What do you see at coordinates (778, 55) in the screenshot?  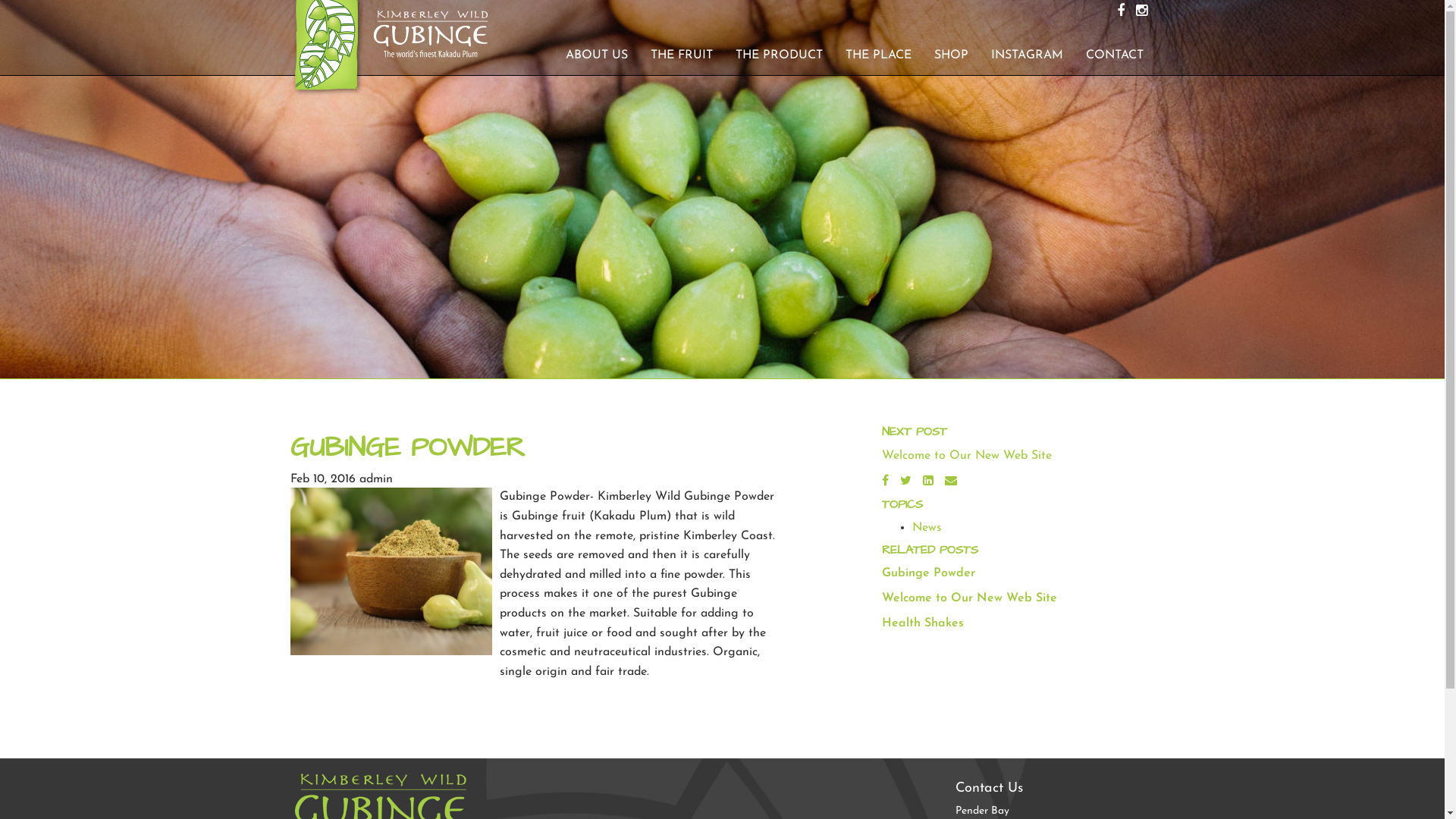 I see `'THE PRODUCT'` at bounding box center [778, 55].